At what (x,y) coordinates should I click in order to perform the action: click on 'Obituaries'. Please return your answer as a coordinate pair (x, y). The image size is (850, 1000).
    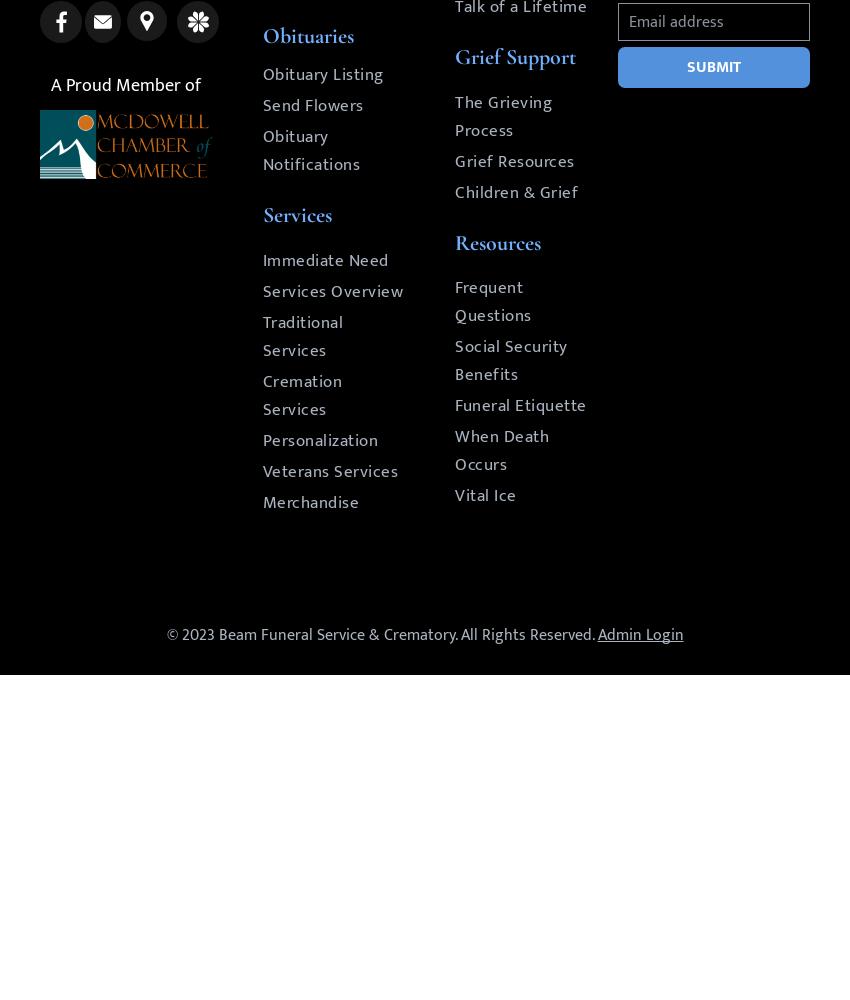
    Looking at the image, I should click on (260, 35).